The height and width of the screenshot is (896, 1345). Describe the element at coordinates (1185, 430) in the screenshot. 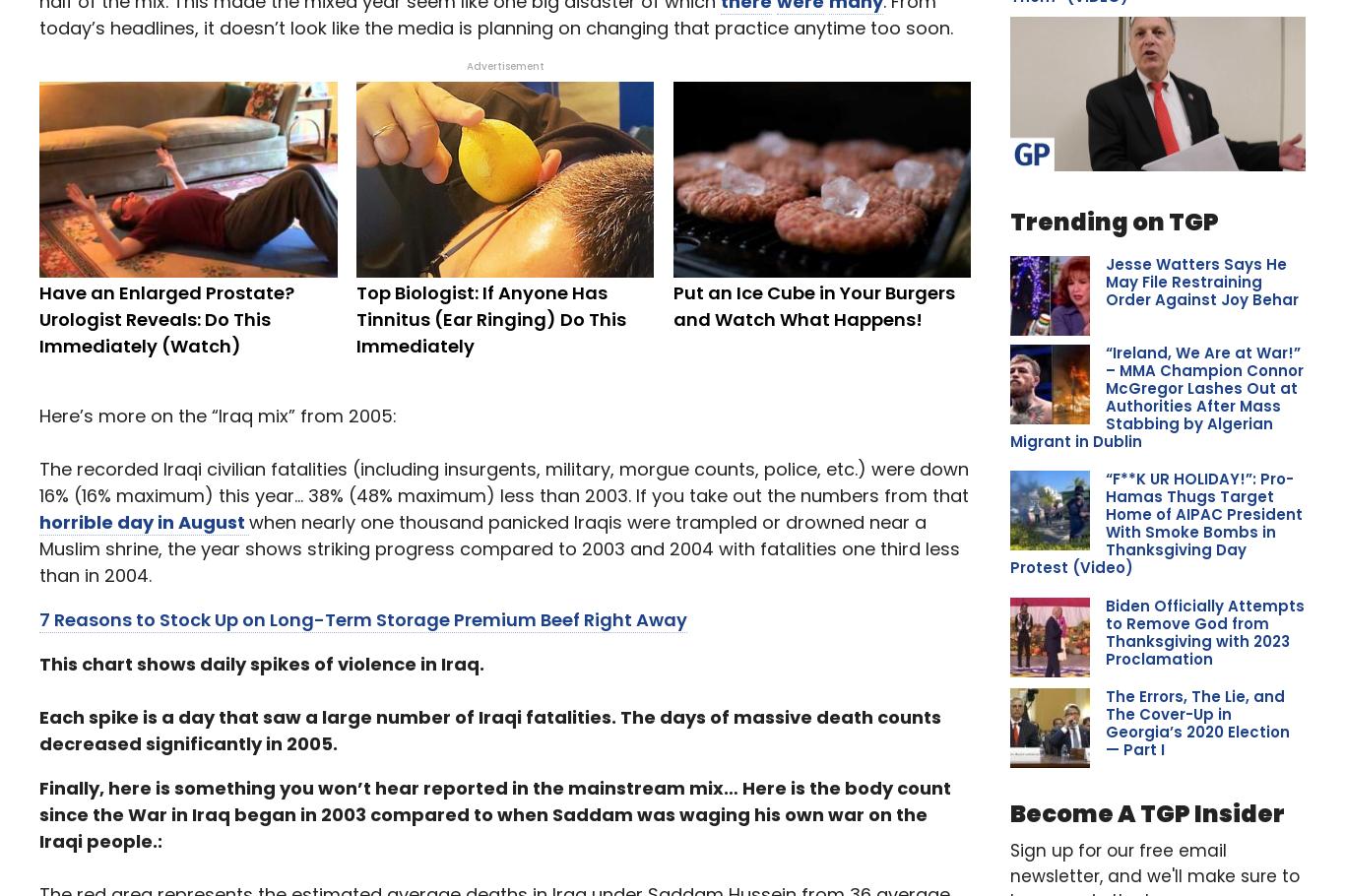

I see `''Horses Can Feel Her': Meet the 2-Year-Old 'Horse Whisperer''` at that location.